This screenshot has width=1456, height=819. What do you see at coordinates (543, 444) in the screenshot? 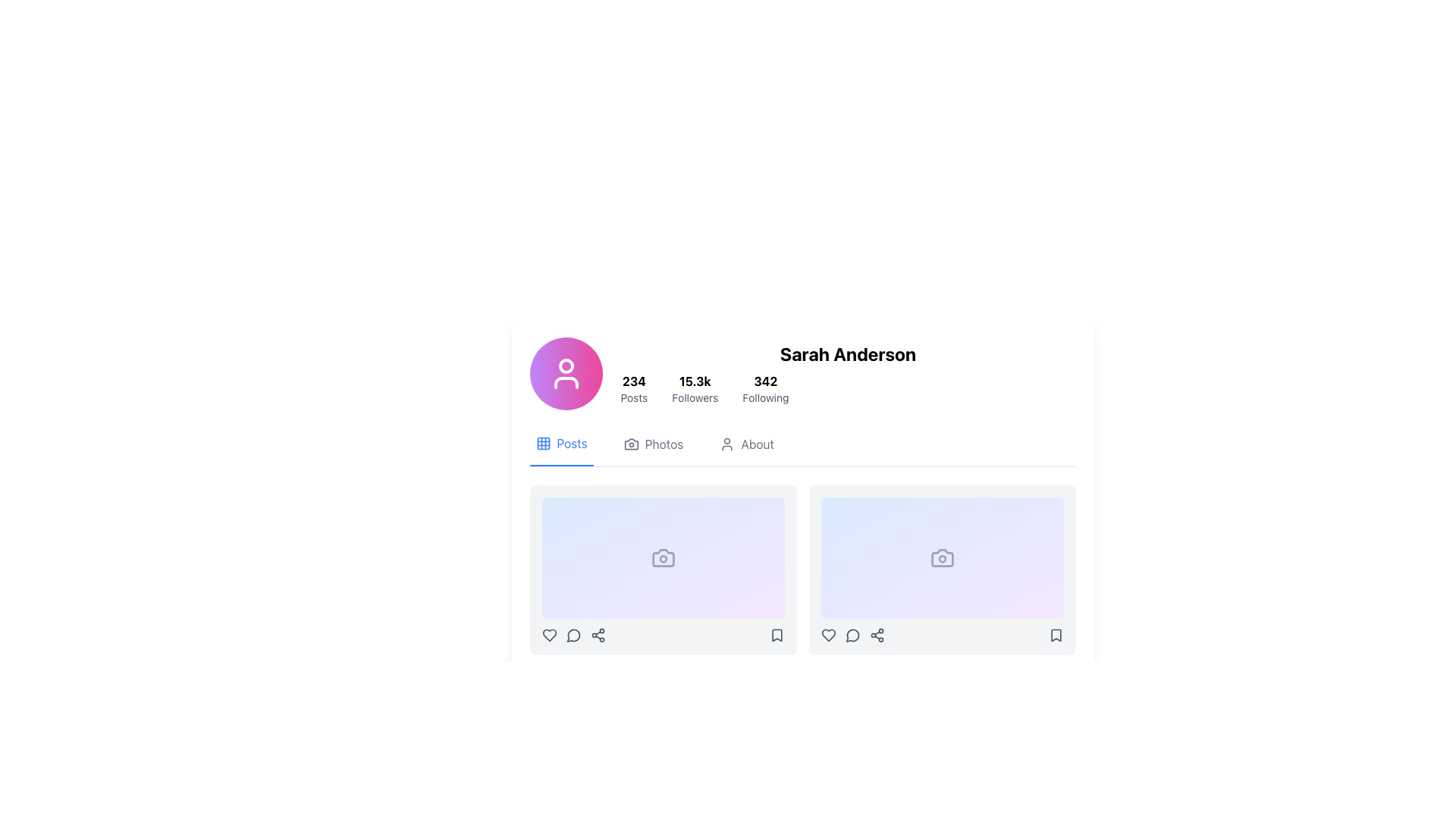
I see `the 'Posts' icon element located in the horizontal navigation bar` at bounding box center [543, 444].